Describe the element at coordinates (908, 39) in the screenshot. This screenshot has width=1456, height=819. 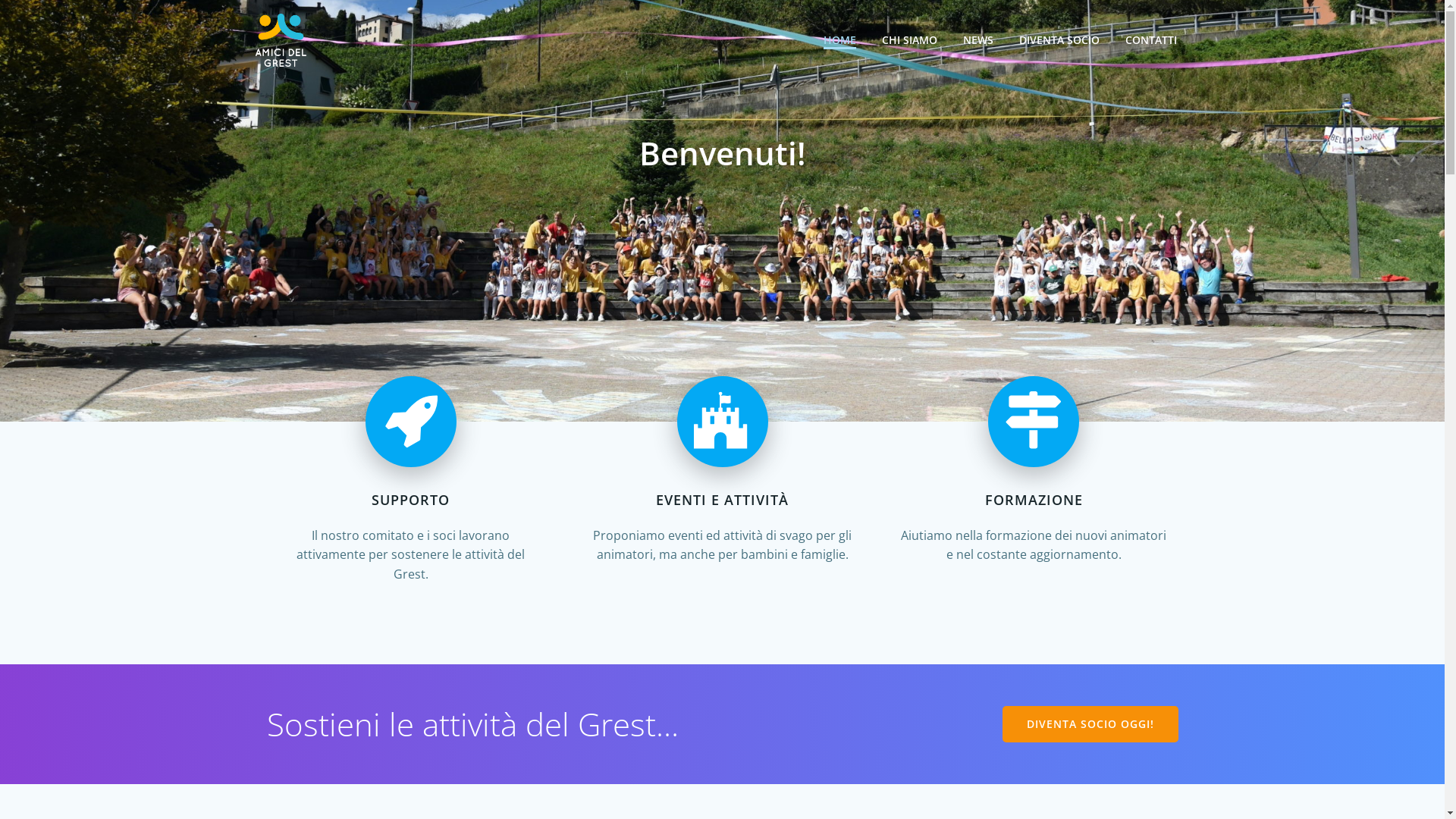
I see `'CHI SIAMO'` at that location.